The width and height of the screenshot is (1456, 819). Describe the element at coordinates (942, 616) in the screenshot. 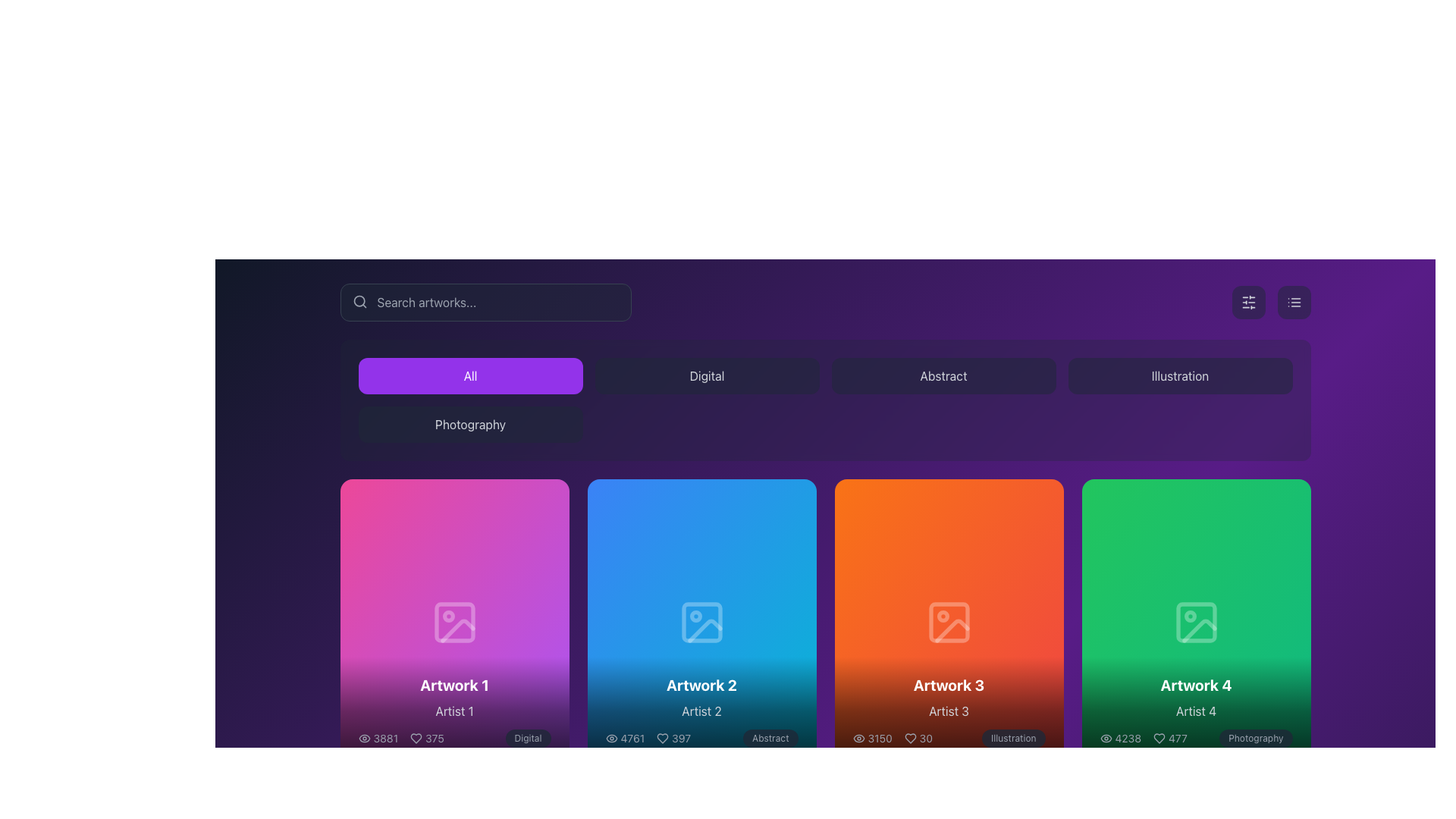

I see `the small circle graphical icon component located at the center of the 'Artwork 3' card in the third column of the artwork display section` at that location.